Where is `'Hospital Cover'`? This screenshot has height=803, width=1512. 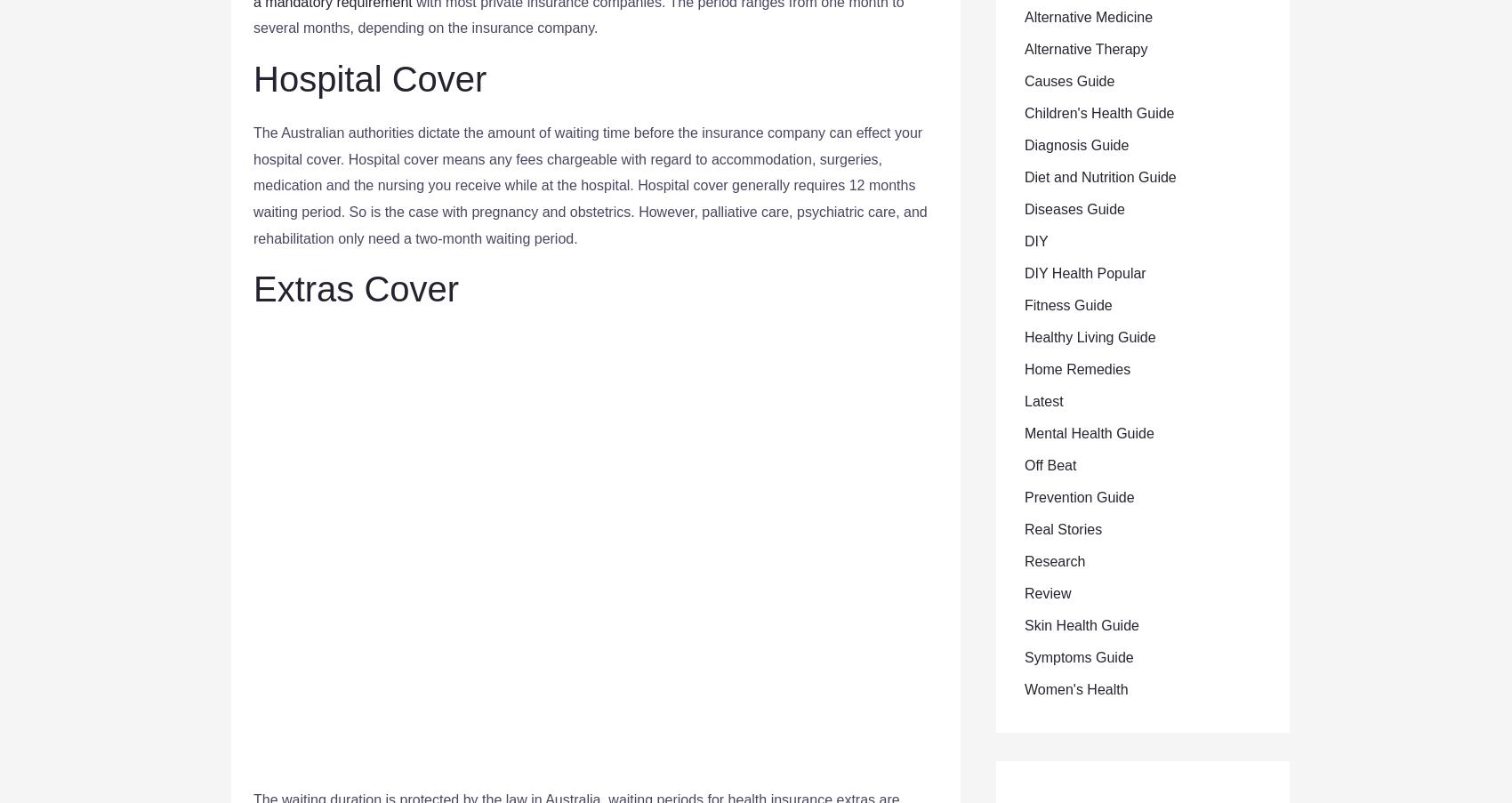 'Hospital Cover' is located at coordinates (368, 78).